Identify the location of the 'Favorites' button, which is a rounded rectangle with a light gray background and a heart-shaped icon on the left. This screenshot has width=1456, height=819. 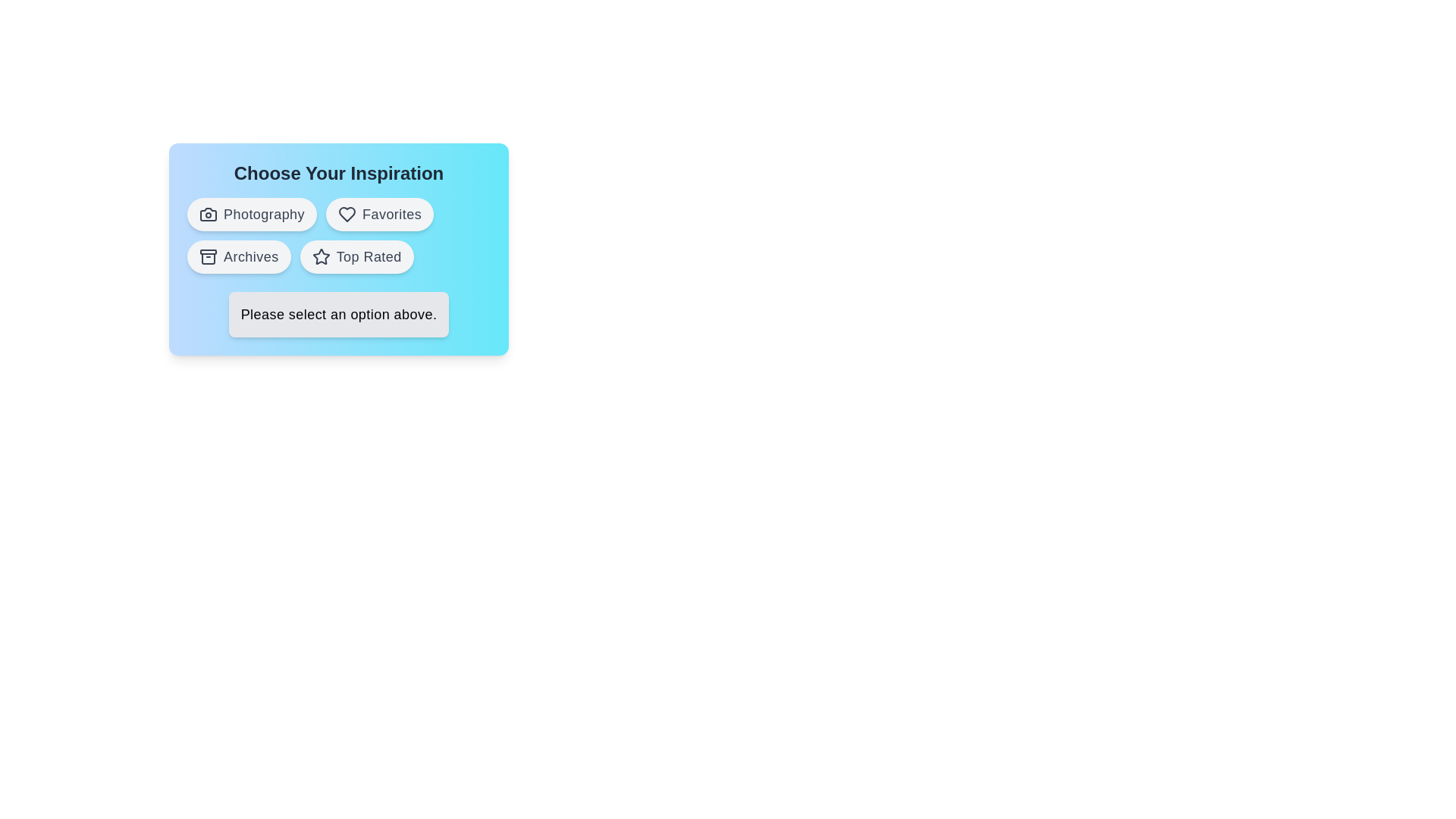
(379, 214).